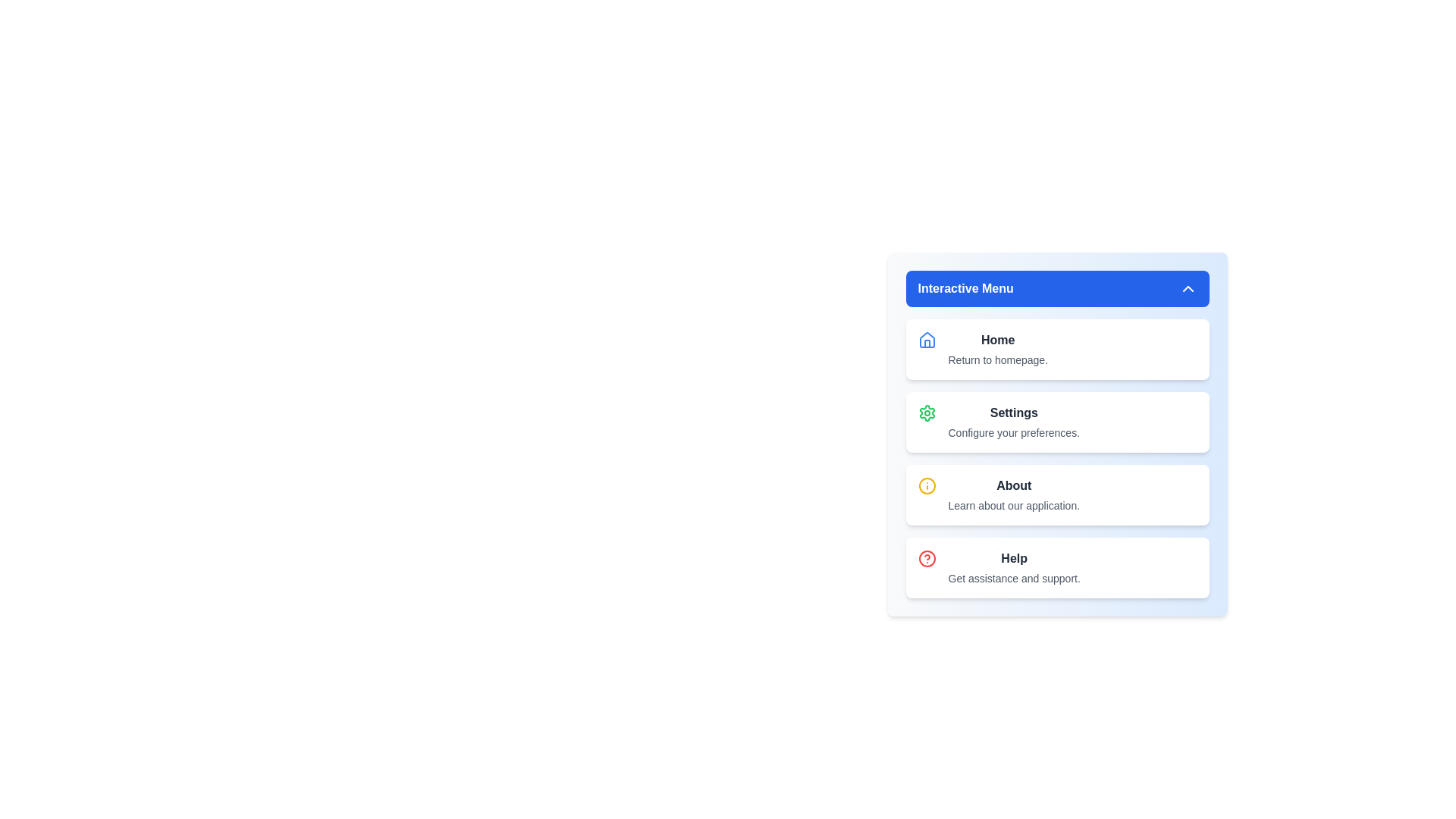  What do you see at coordinates (1014, 558) in the screenshot?
I see `the bold text label displaying 'Help' in dark gray, located in the bottommost section of the vertical menu list under the header 'Interactive Menu.'` at bounding box center [1014, 558].